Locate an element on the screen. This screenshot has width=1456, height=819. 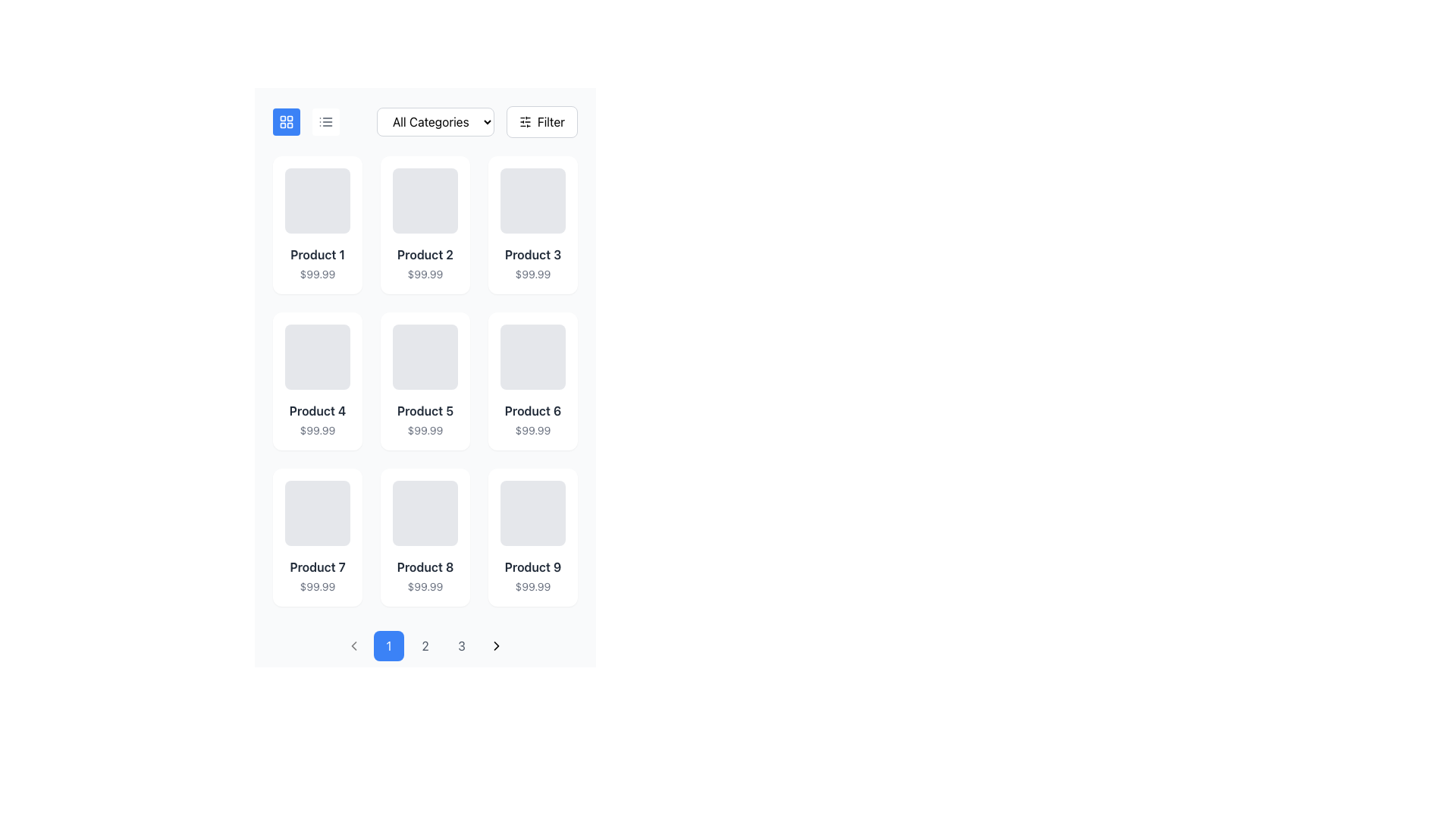
the toggle icon button located in the upper-left section of the interface, next to the grid view icon and preceding the 'All Categories' dropdown, to possibly view a tooltip is located at coordinates (325, 121).